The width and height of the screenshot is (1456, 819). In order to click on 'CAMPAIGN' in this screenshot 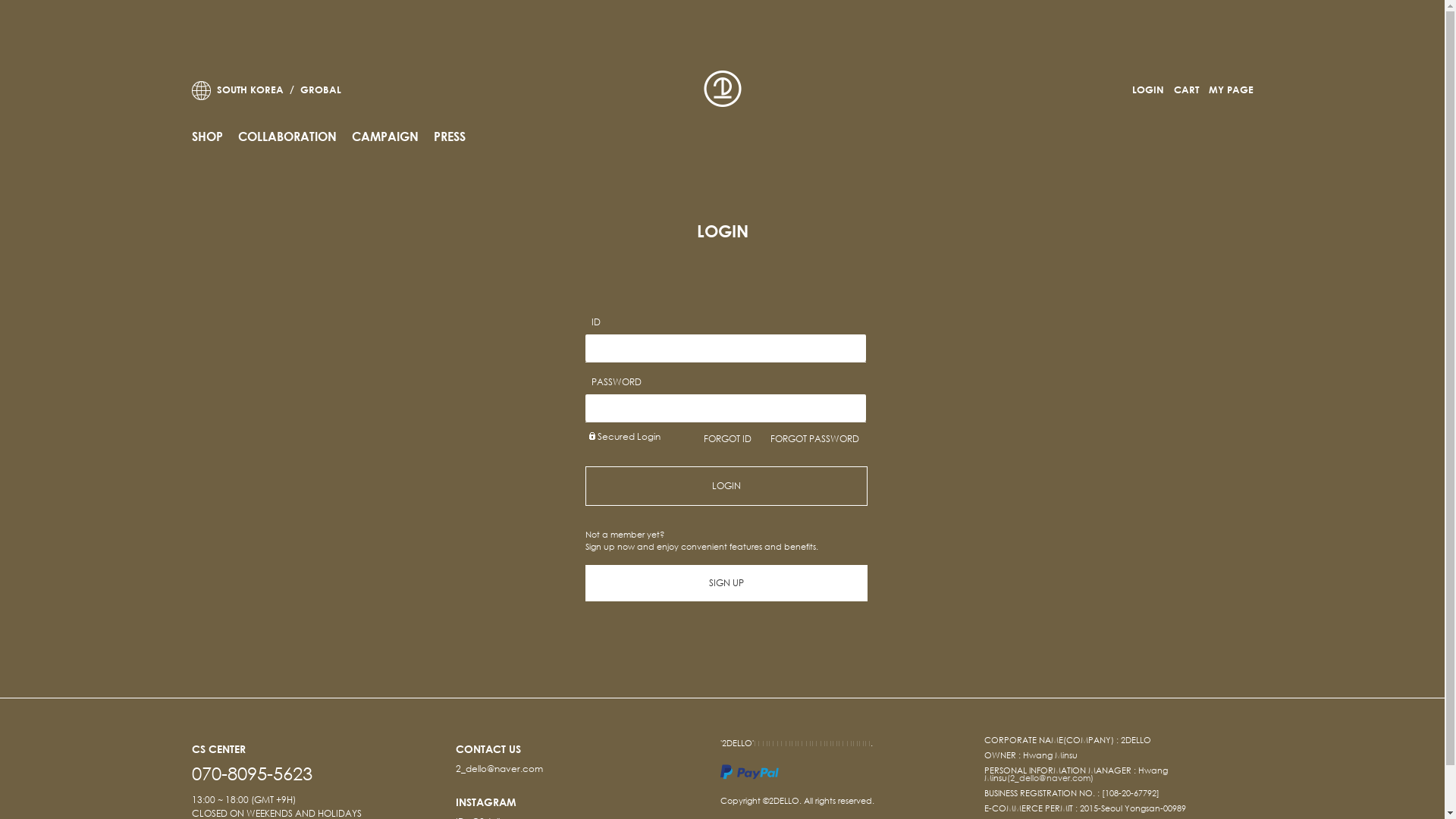, I will do `click(385, 136)`.